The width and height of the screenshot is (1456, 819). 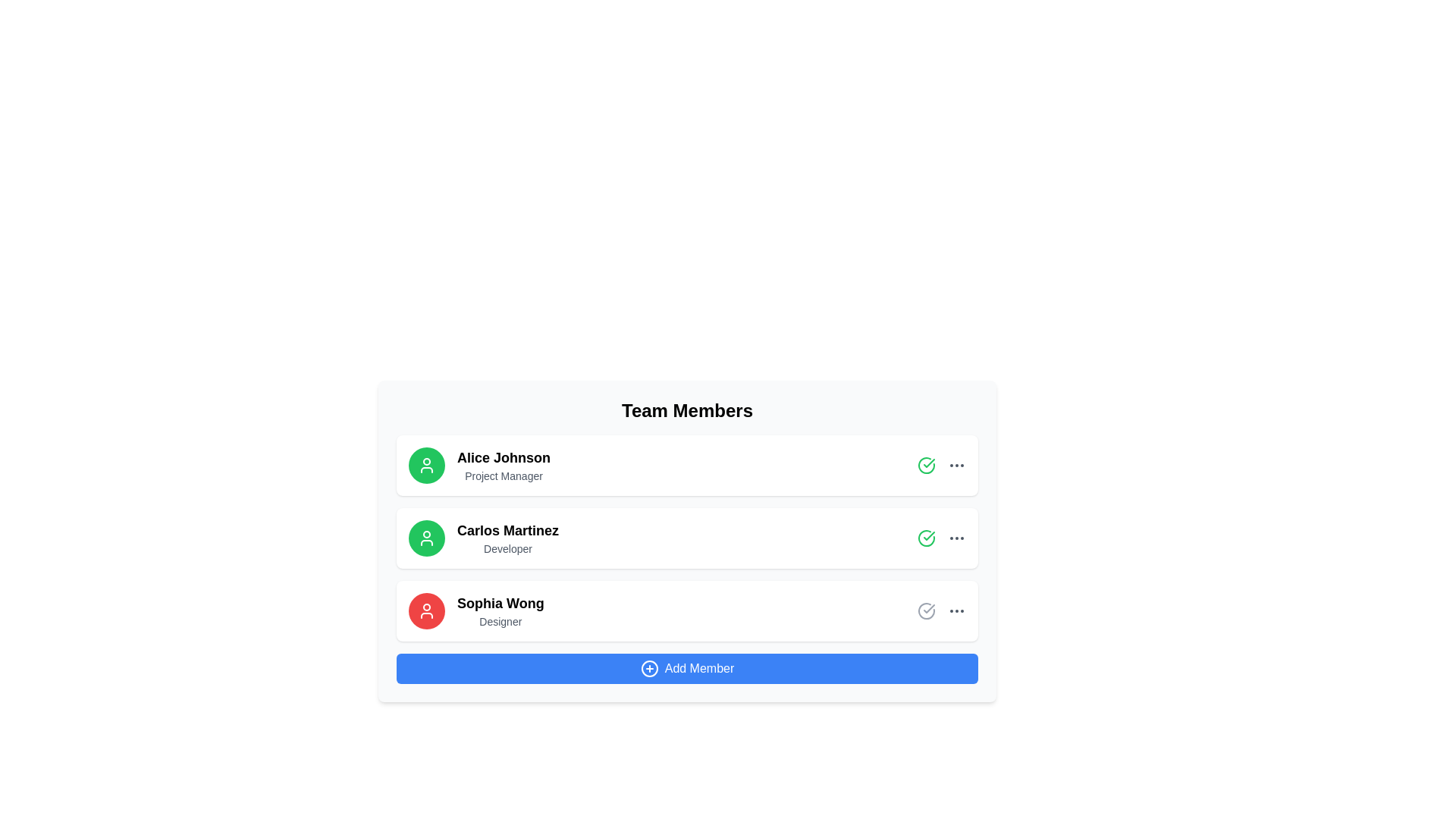 I want to click on the Icon Display representing the user profile of Sophia Wong, located at the leftmost side of her designer card, so click(x=425, y=610).